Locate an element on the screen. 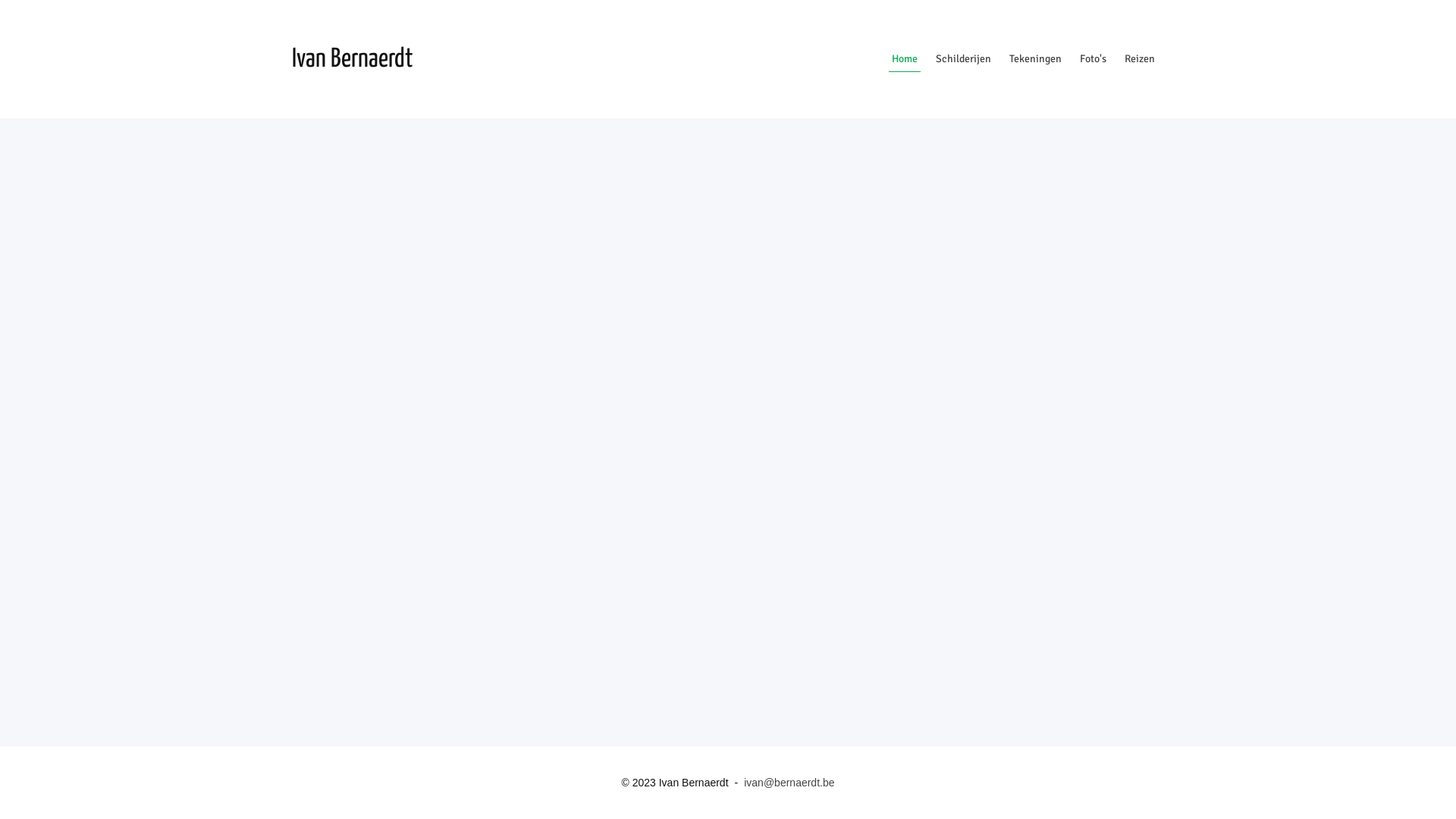 The height and width of the screenshot is (819, 1456). 'Tekeningen' is located at coordinates (1034, 58).